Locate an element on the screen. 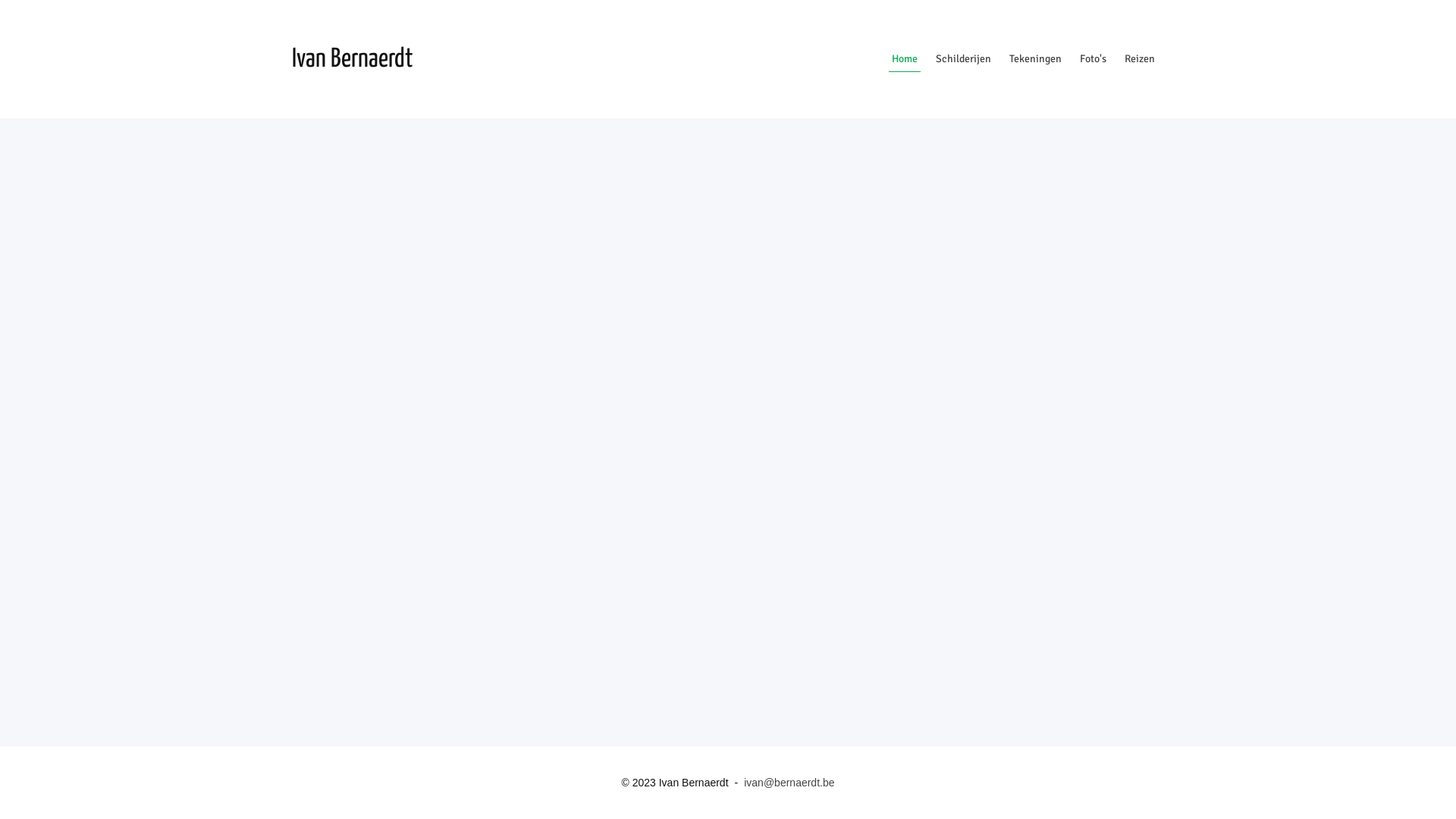 The height and width of the screenshot is (819, 1456). 'Tekeningen' is located at coordinates (1034, 58).